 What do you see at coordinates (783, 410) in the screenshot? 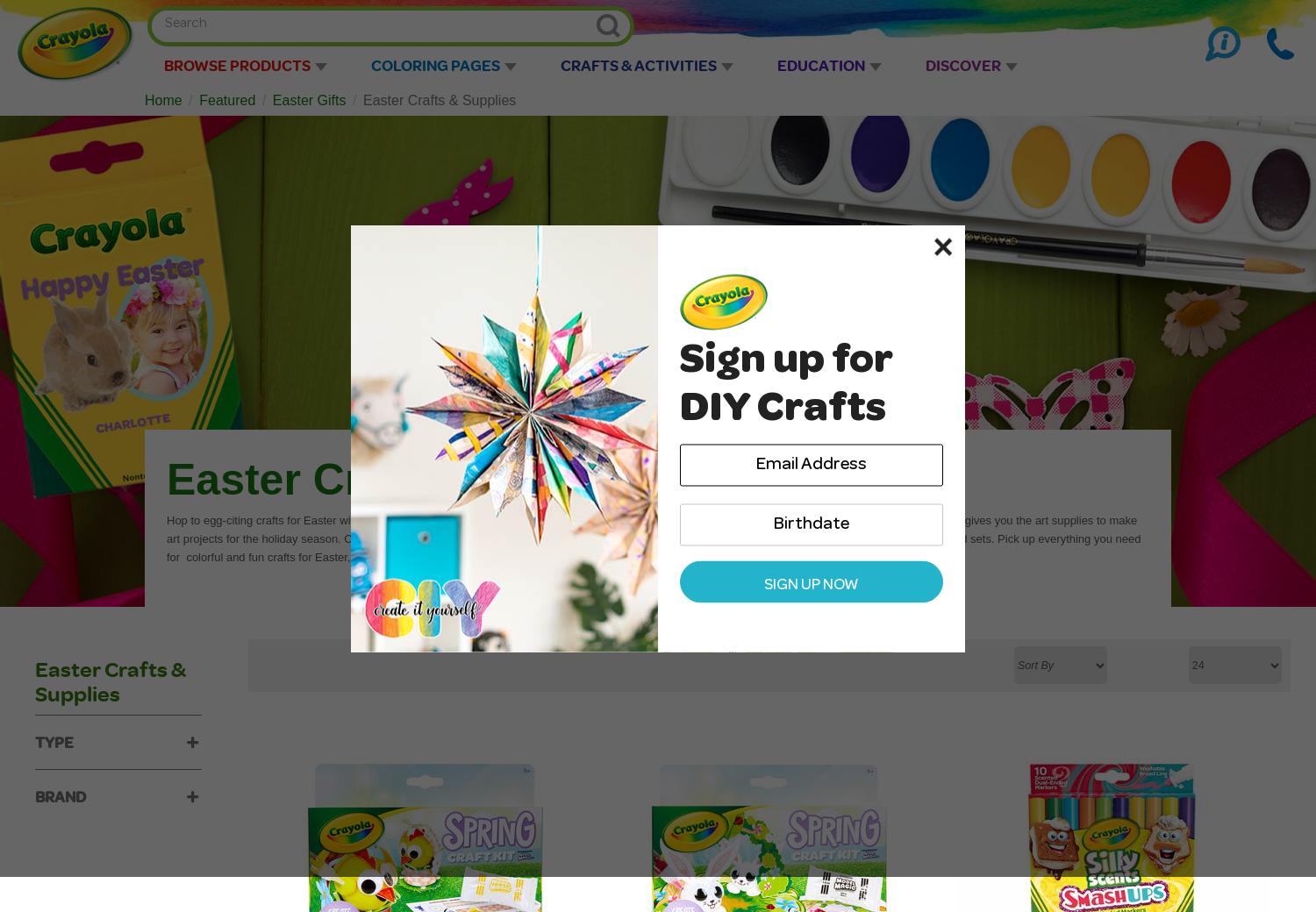
I see `'DIY Crafts'` at bounding box center [783, 410].